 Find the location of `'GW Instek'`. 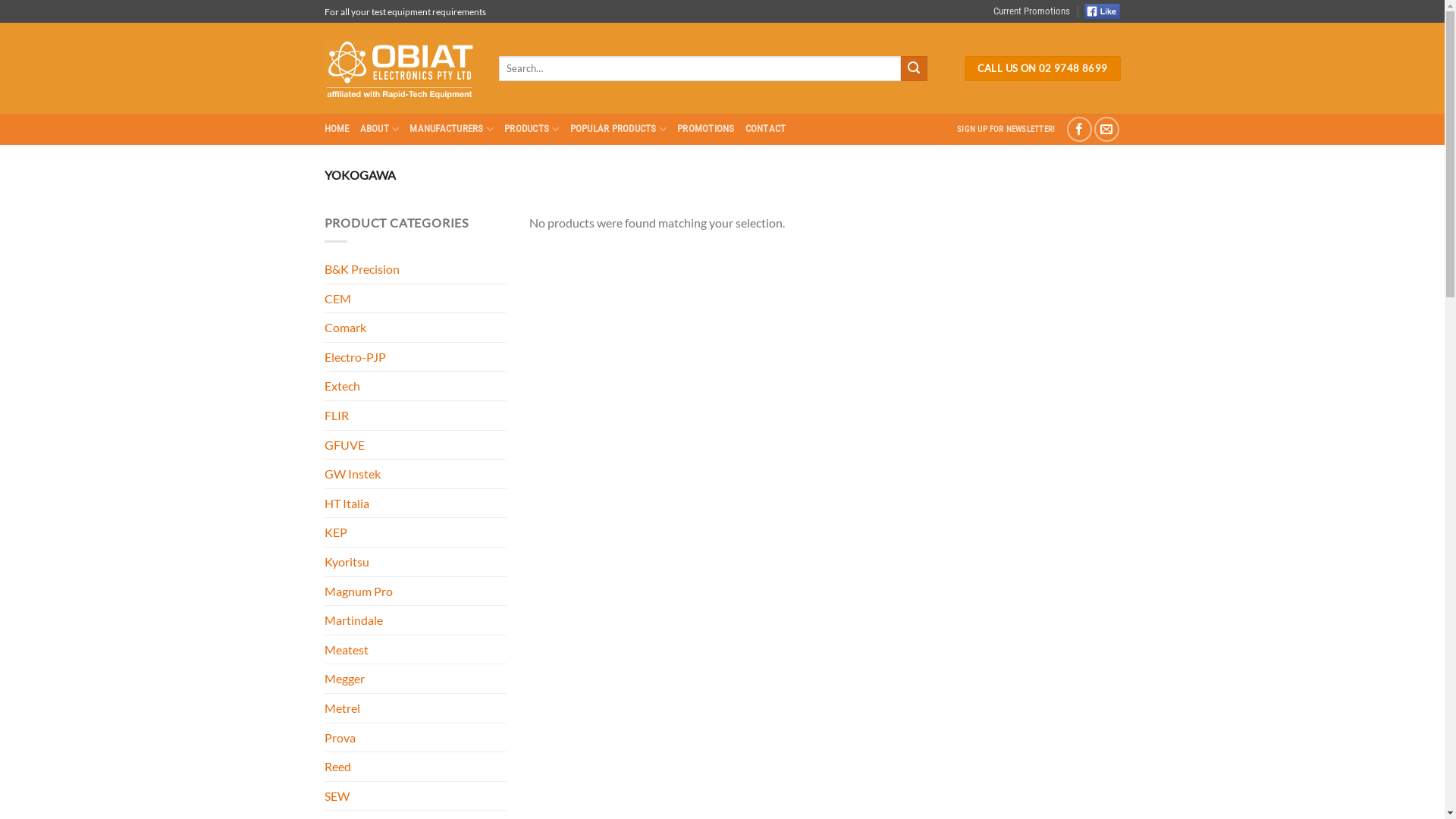

'GW Instek' is located at coordinates (415, 472).